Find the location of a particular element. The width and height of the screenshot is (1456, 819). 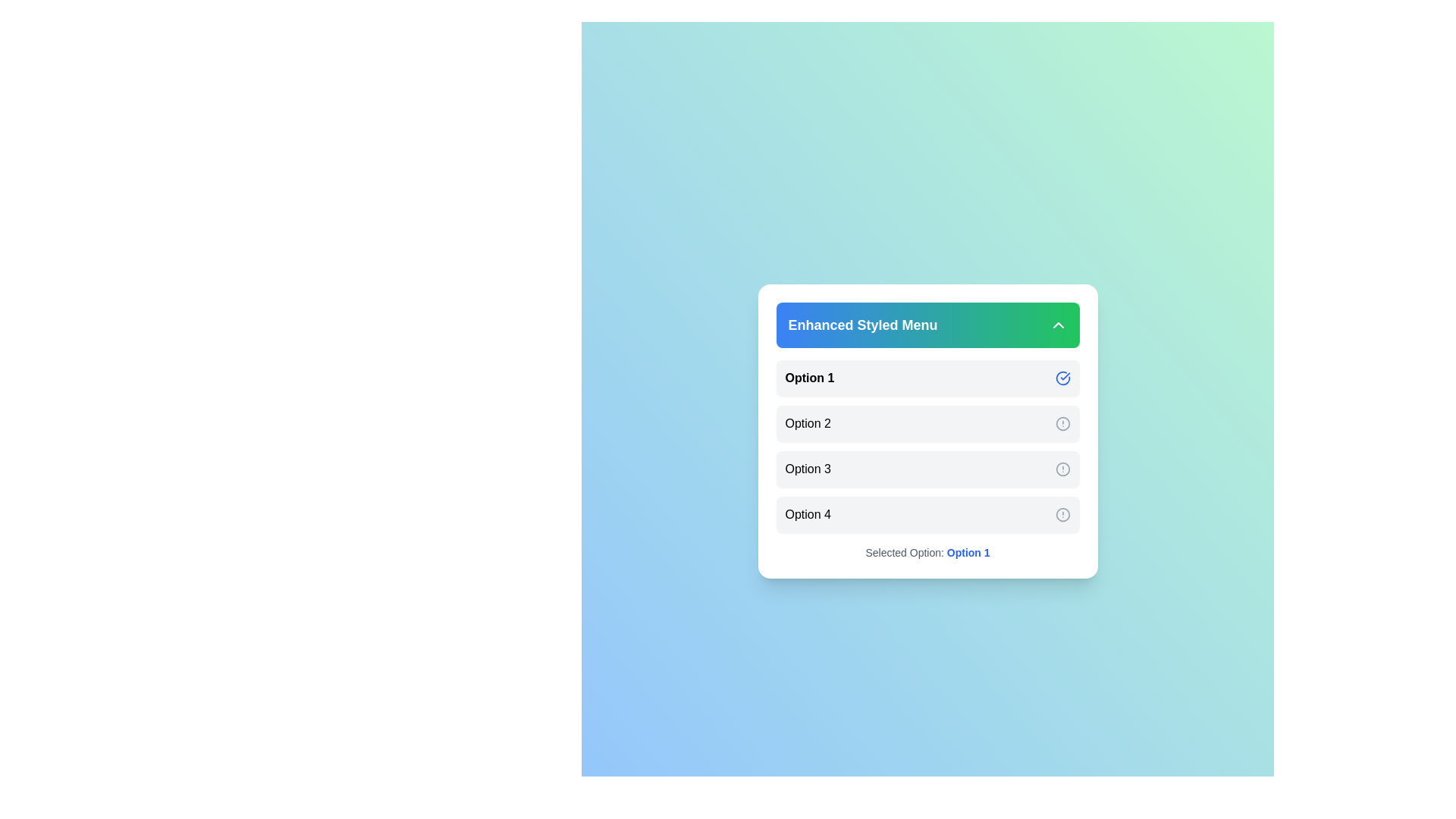

the menu option Option 4 by clicking on it is located at coordinates (927, 513).